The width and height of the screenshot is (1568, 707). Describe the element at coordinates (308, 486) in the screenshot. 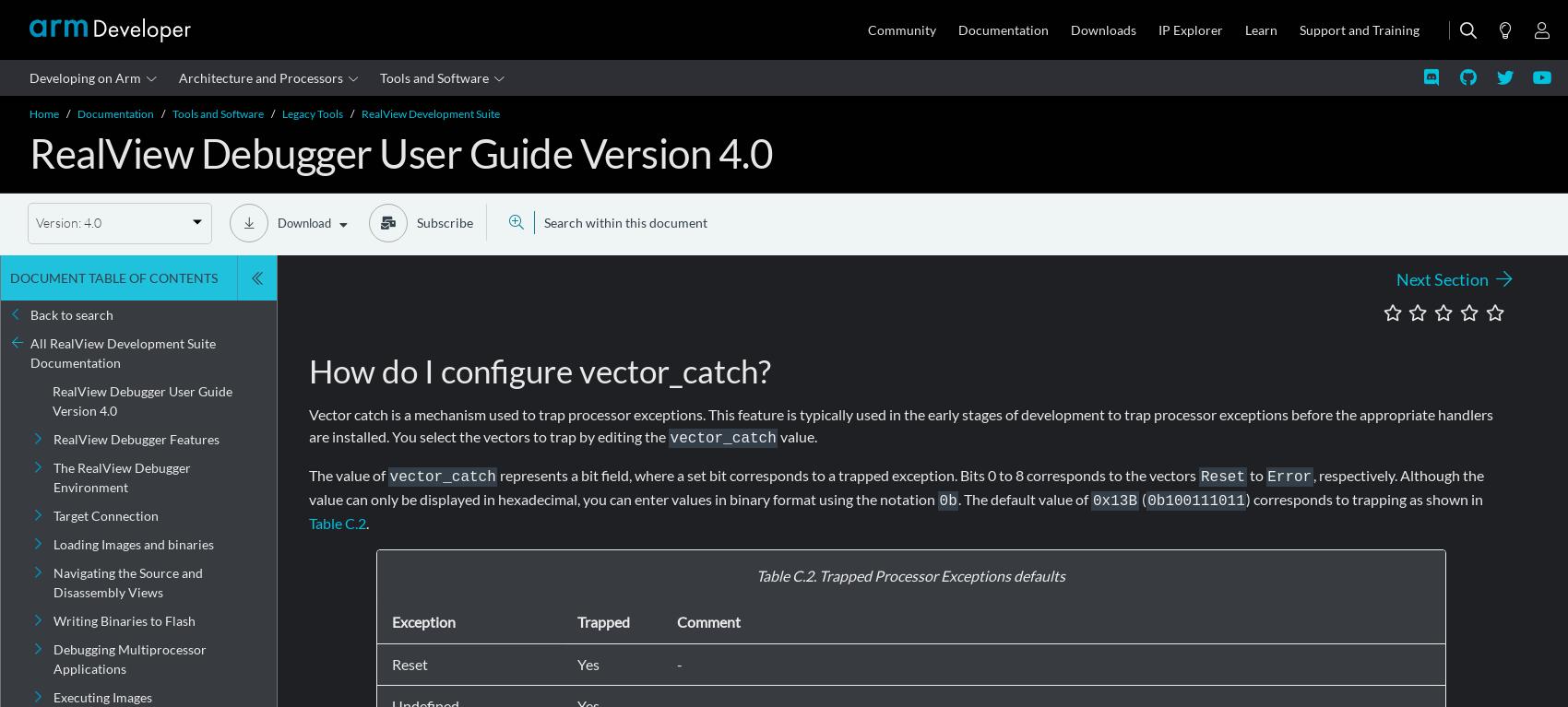

I see `', respectively. Although the value can only be displayed in hexadecimal, you can enter values in binary format using the notation'` at that location.